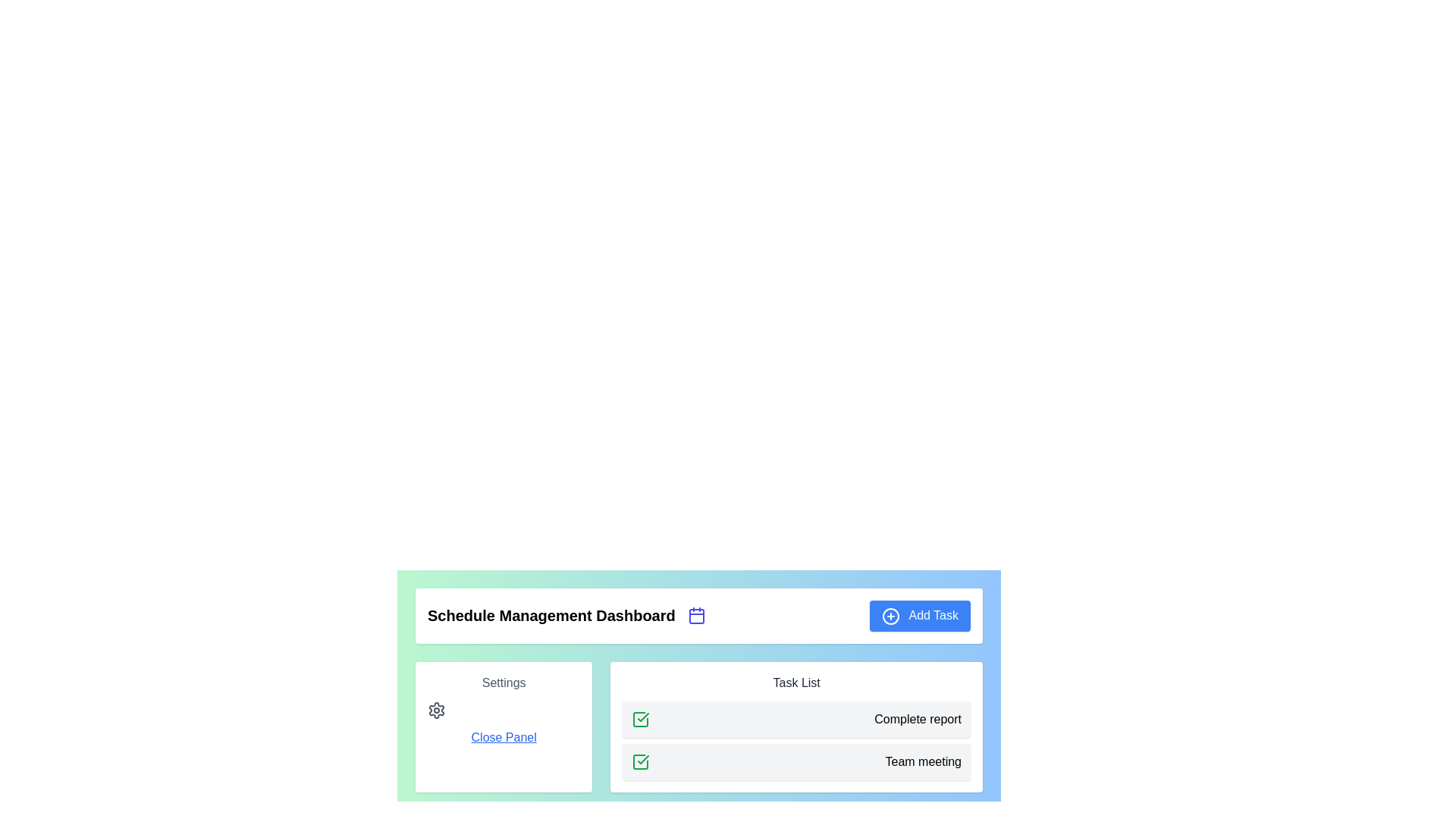 The image size is (1456, 819). What do you see at coordinates (504, 726) in the screenshot?
I see `the text field within the settings interface that contains the 'Close Panel' hyperlink, to prepare for any additional interaction` at bounding box center [504, 726].